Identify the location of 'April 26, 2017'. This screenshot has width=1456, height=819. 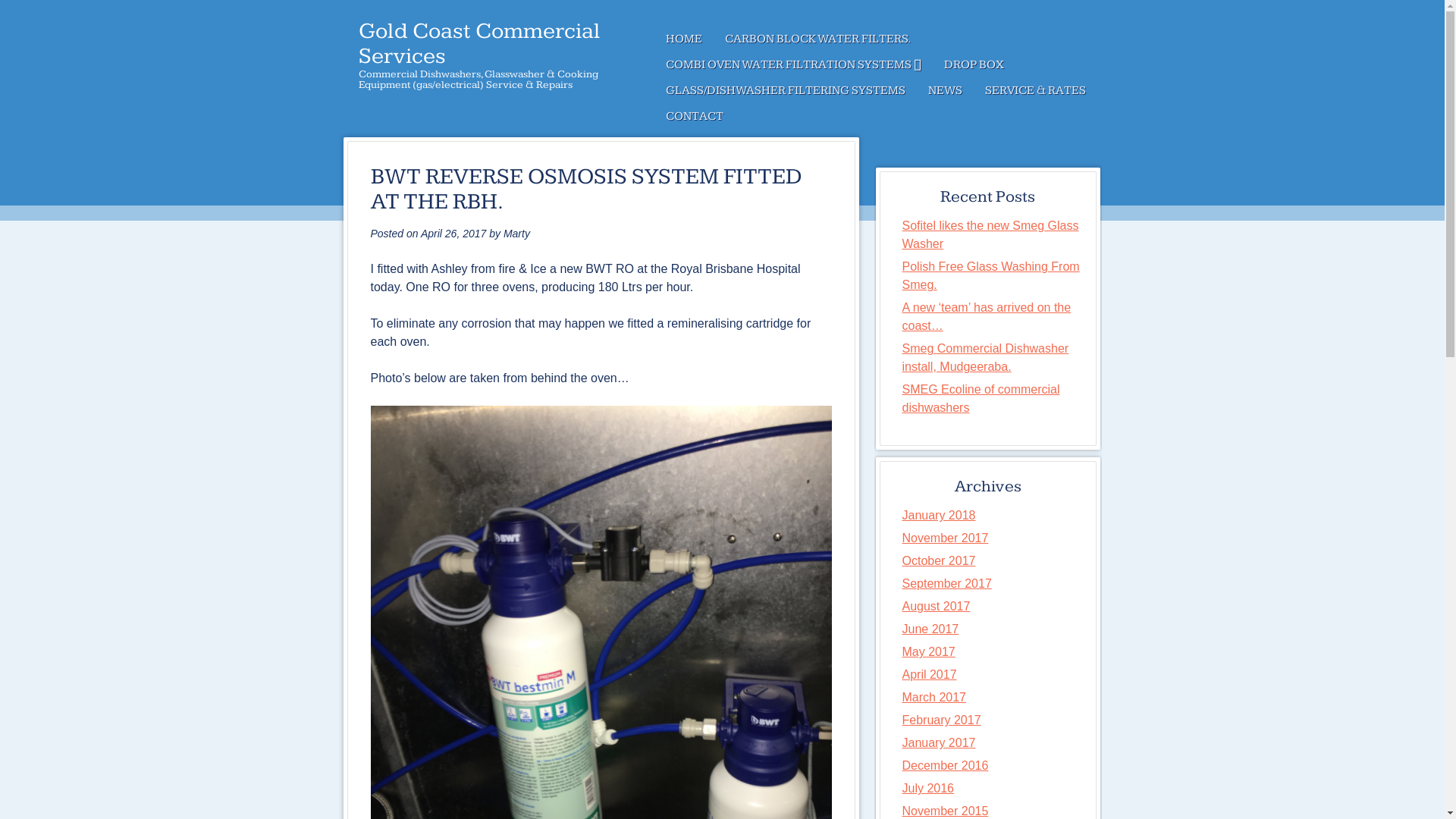
(453, 234).